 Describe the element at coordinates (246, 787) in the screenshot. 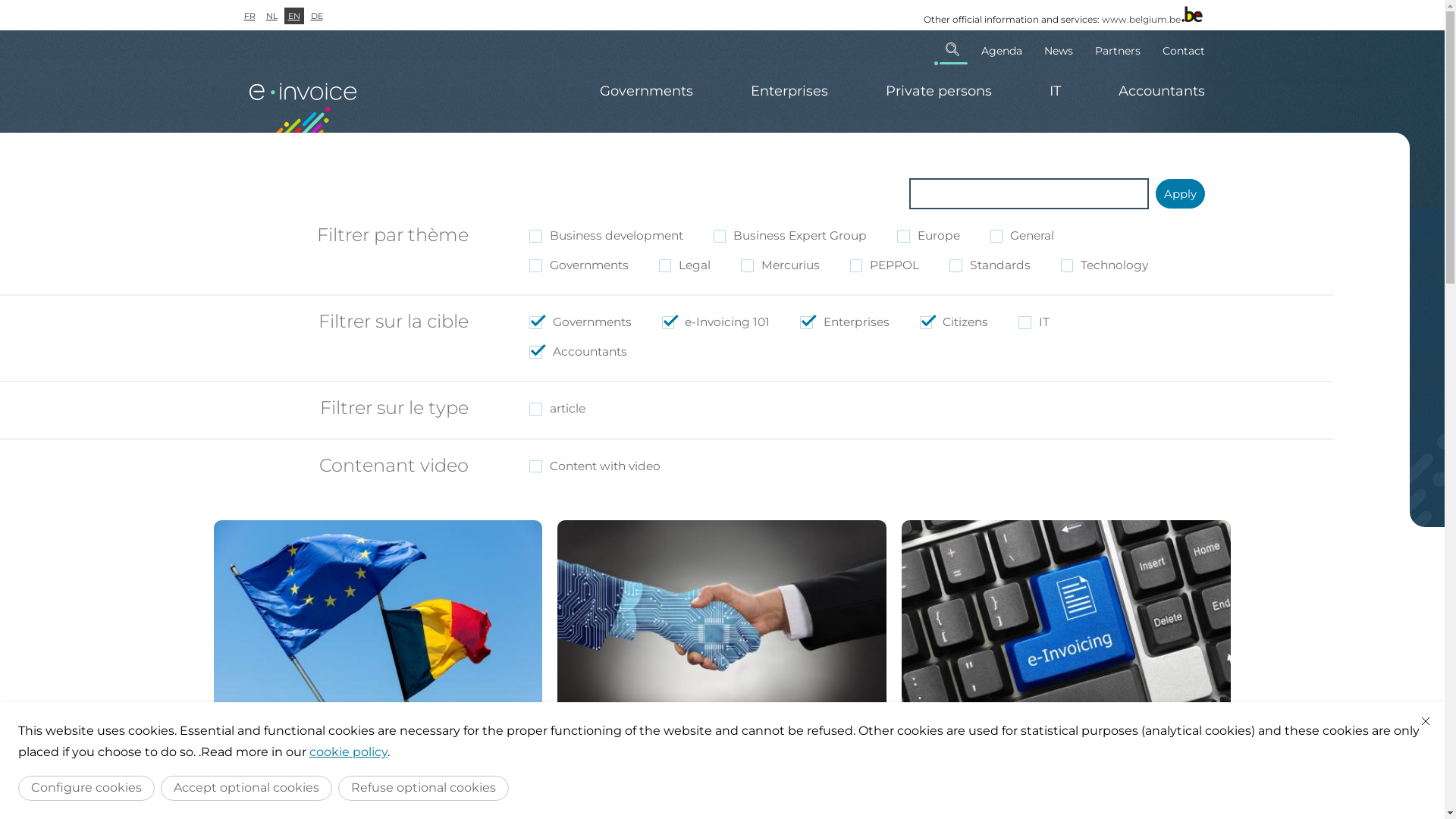

I see `'Accept optional cookies'` at that location.